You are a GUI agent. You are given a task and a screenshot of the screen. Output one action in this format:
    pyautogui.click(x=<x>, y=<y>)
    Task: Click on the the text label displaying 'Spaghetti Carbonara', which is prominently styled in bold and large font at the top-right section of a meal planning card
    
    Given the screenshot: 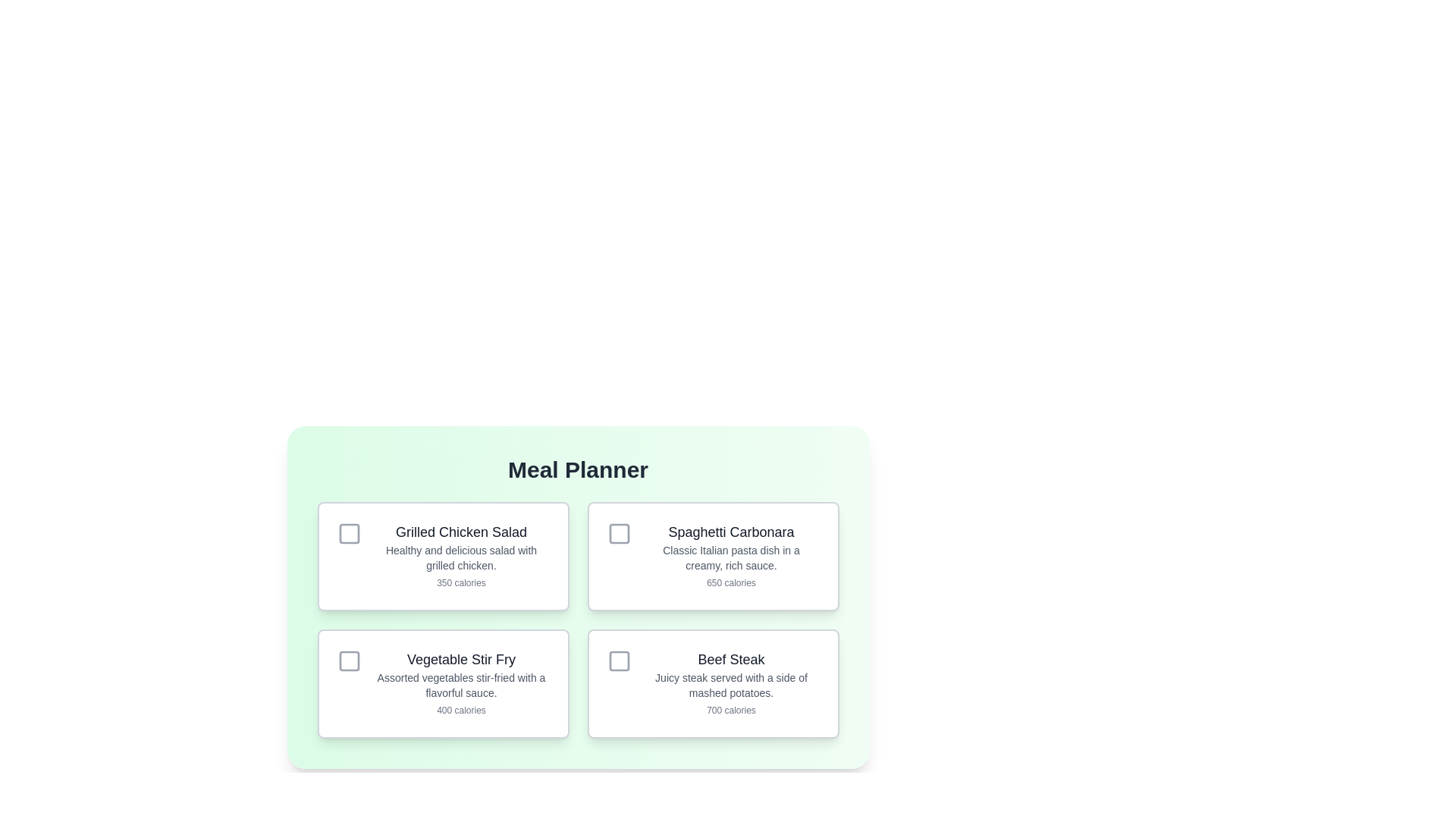 What is the action you would take?
    pyautogui.click(x=731, y=532)
    